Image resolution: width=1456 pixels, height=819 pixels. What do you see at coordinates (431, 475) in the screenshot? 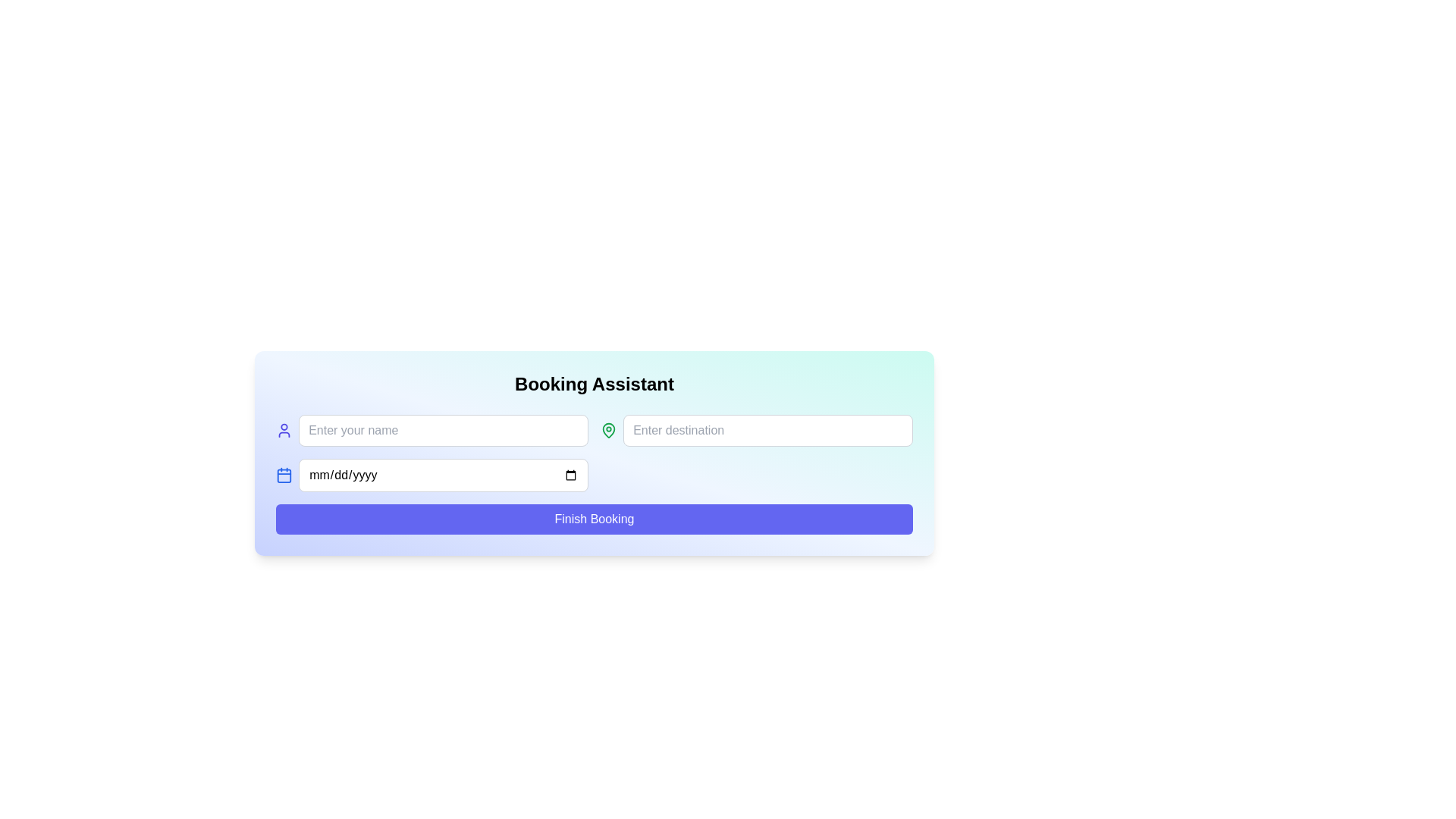
I see `the calendar icons of the Date input field, which features rounded corners and a white background, for additional interaction options` at bounding box center [431, 475].